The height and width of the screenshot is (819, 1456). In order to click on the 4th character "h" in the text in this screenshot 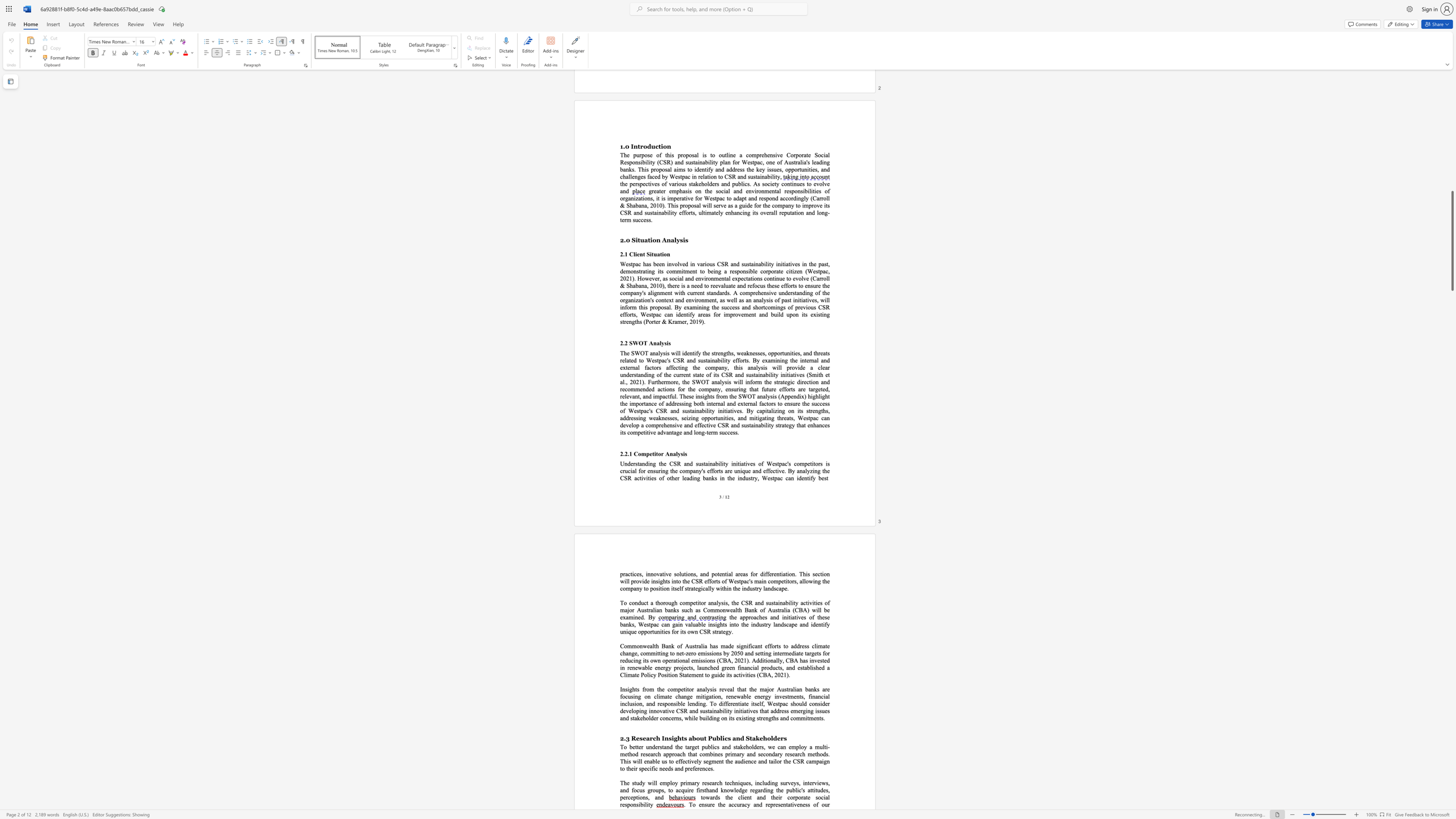, I will do `click(825, 580)`.